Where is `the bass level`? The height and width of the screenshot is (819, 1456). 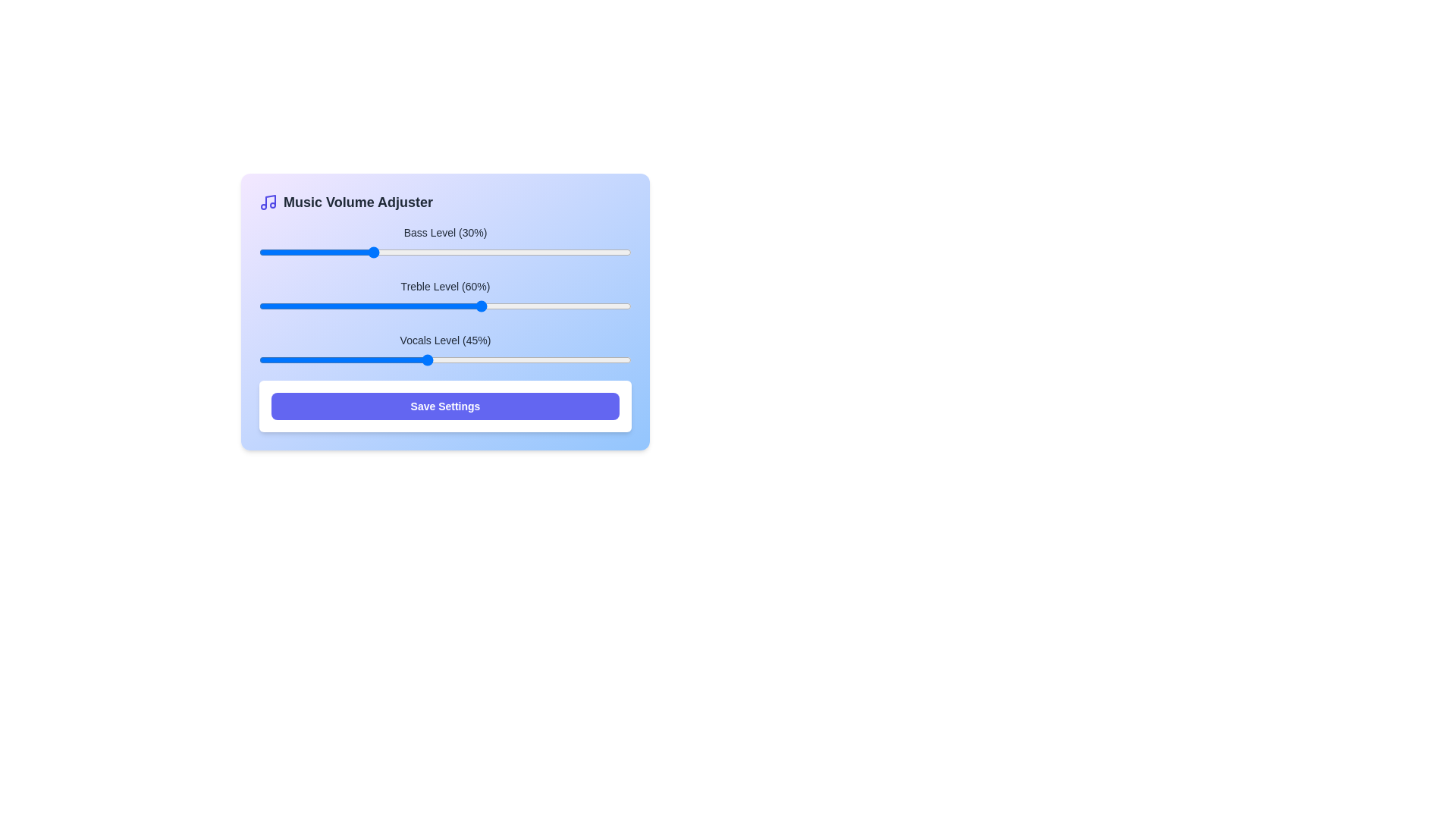
the bass level is located at coordinates (601, 251).